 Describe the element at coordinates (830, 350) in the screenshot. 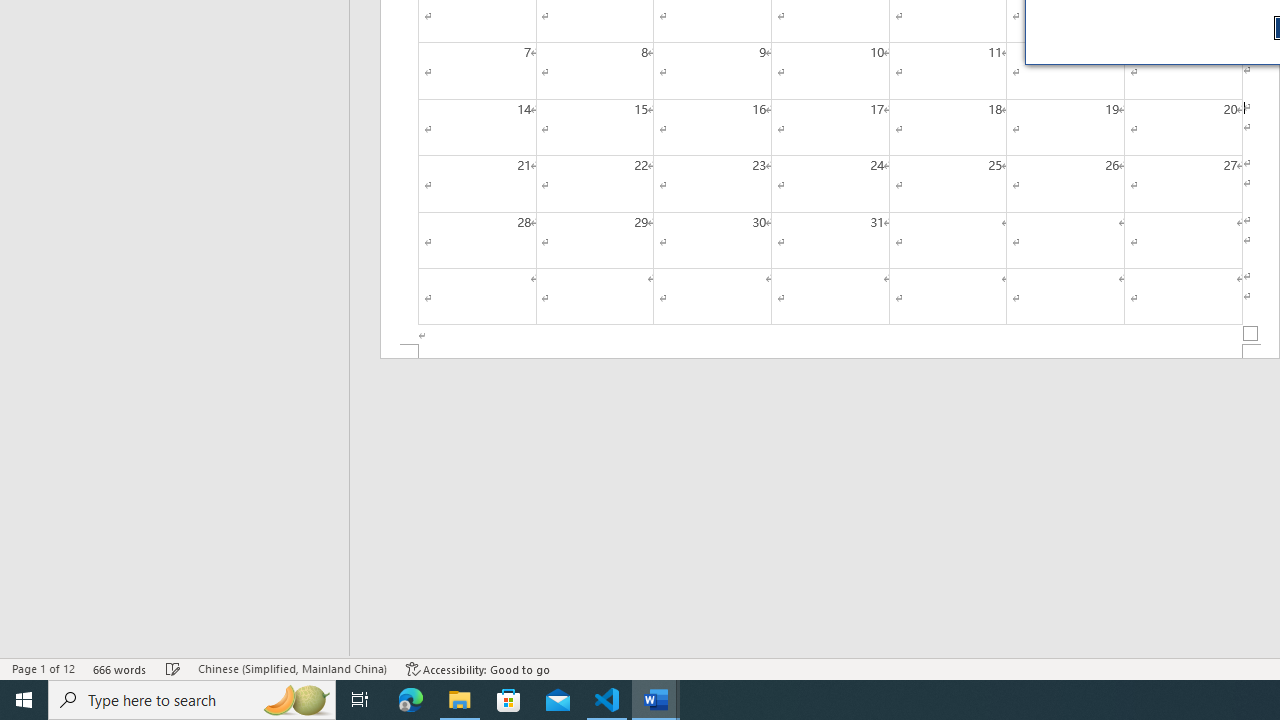

I see `'Footer -Section 1-'` at that location.